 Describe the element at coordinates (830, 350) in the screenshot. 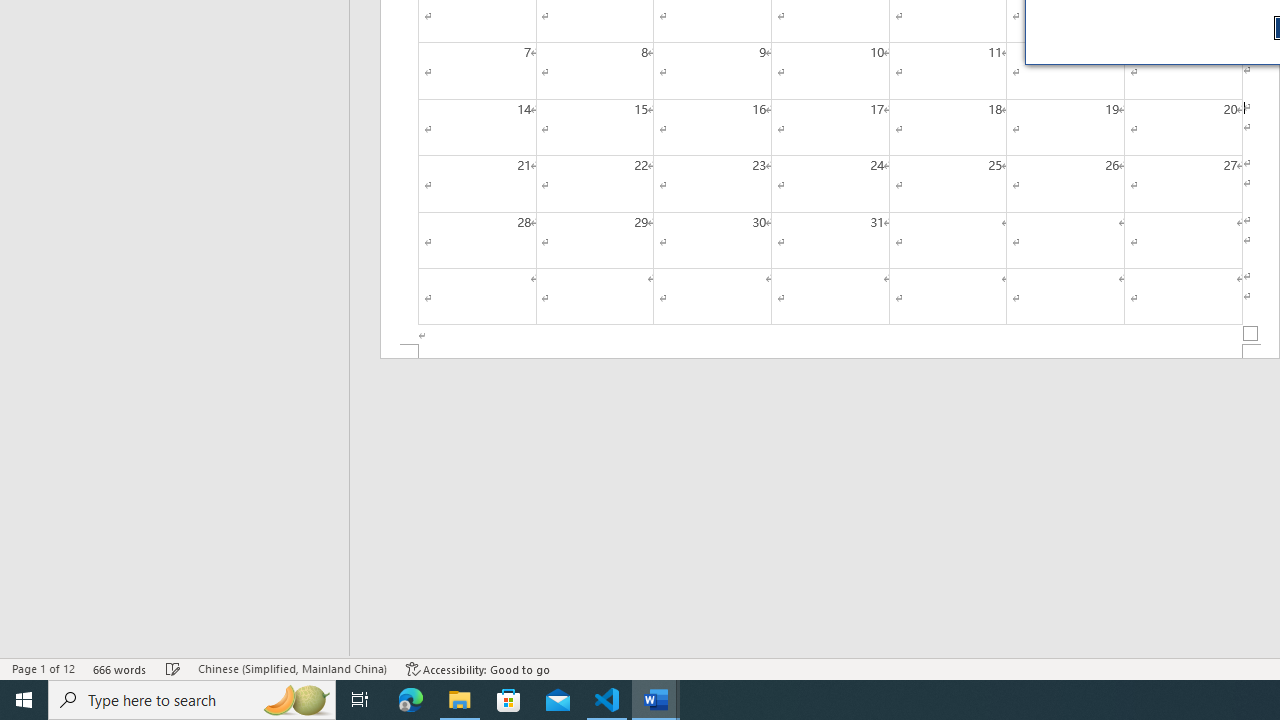

I see `'Footer -Section 1-'` at that location.